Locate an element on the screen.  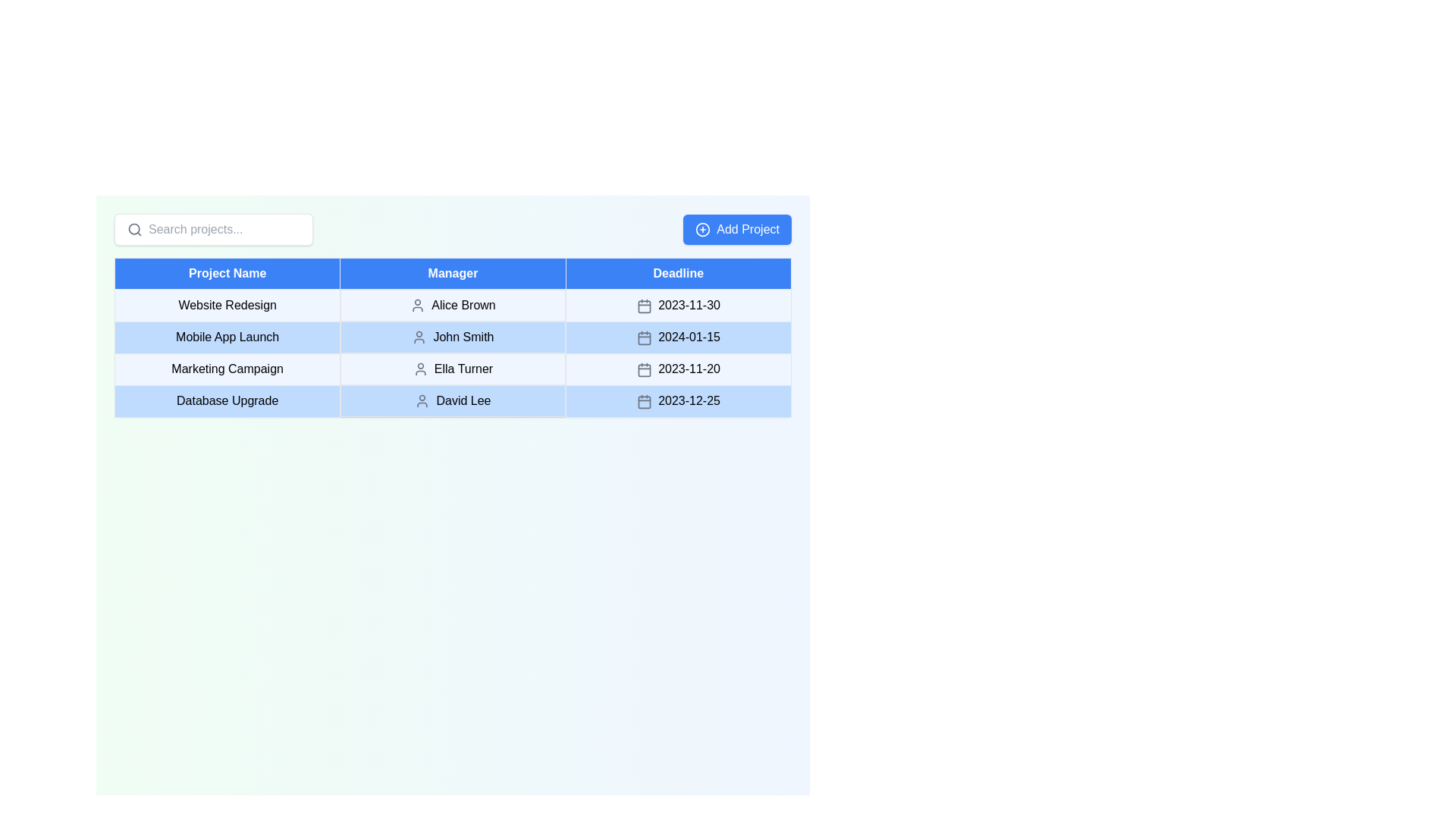
the 'Mobile App Launch' text label which is styled with a light blue background and located in the first column of the second row in the table layout is located at coordinates (227, 336).